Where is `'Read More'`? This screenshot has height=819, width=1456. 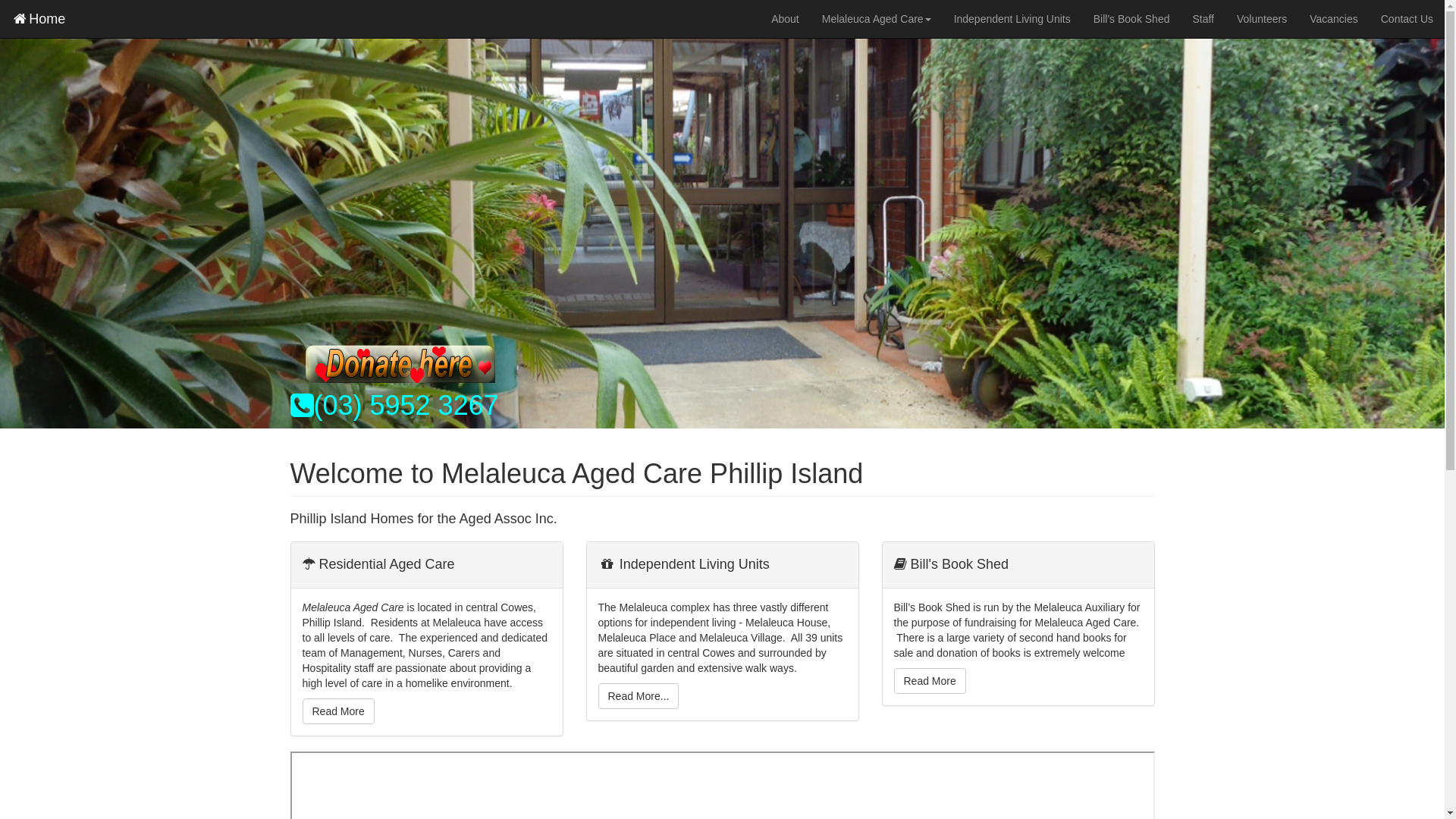 'Read More' is located at coordinates (337, 711).